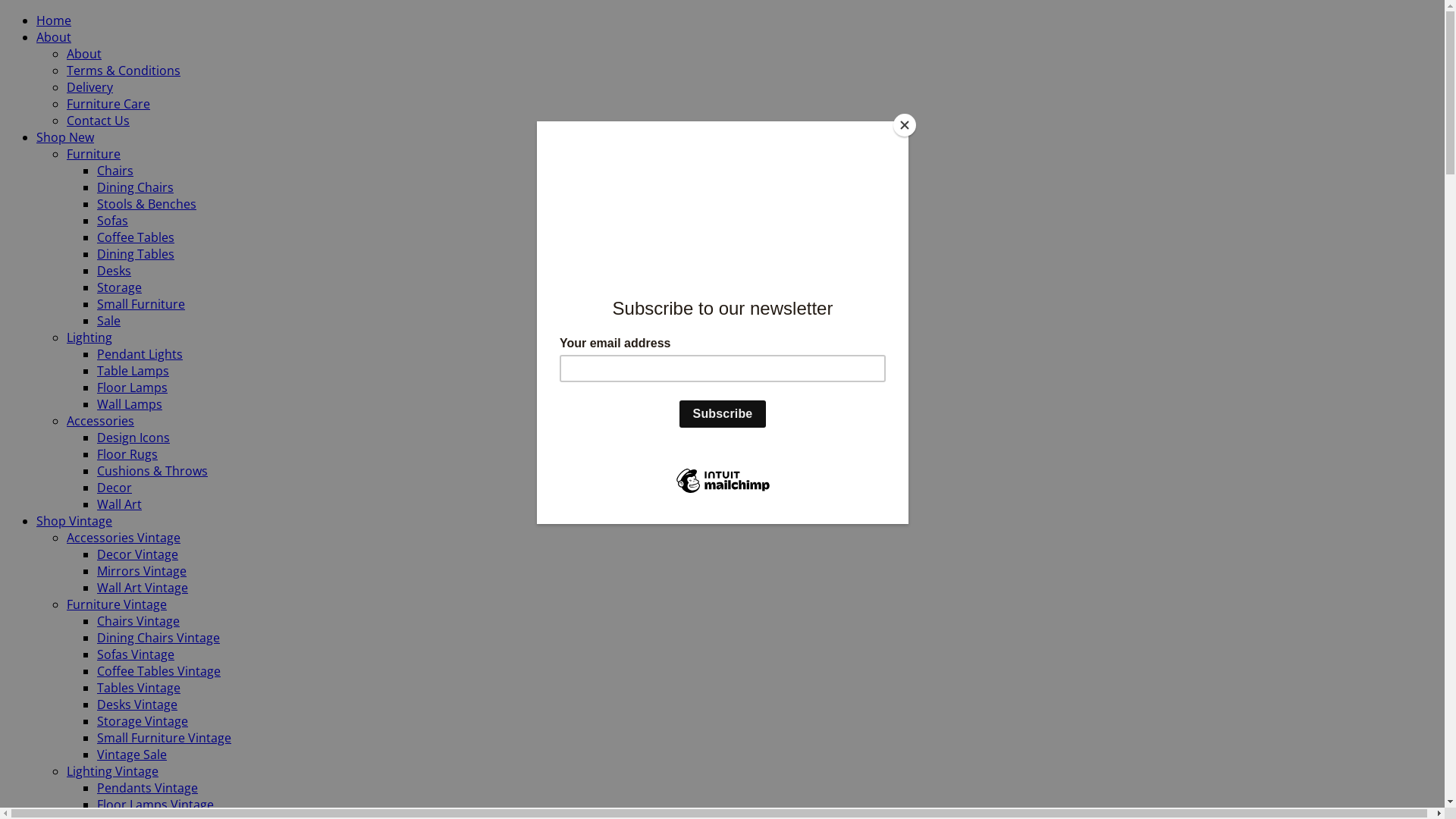 This screenshot has height=819, width=1456. I want to click on 'Floor Lamps Vintage', so click(155, 803).